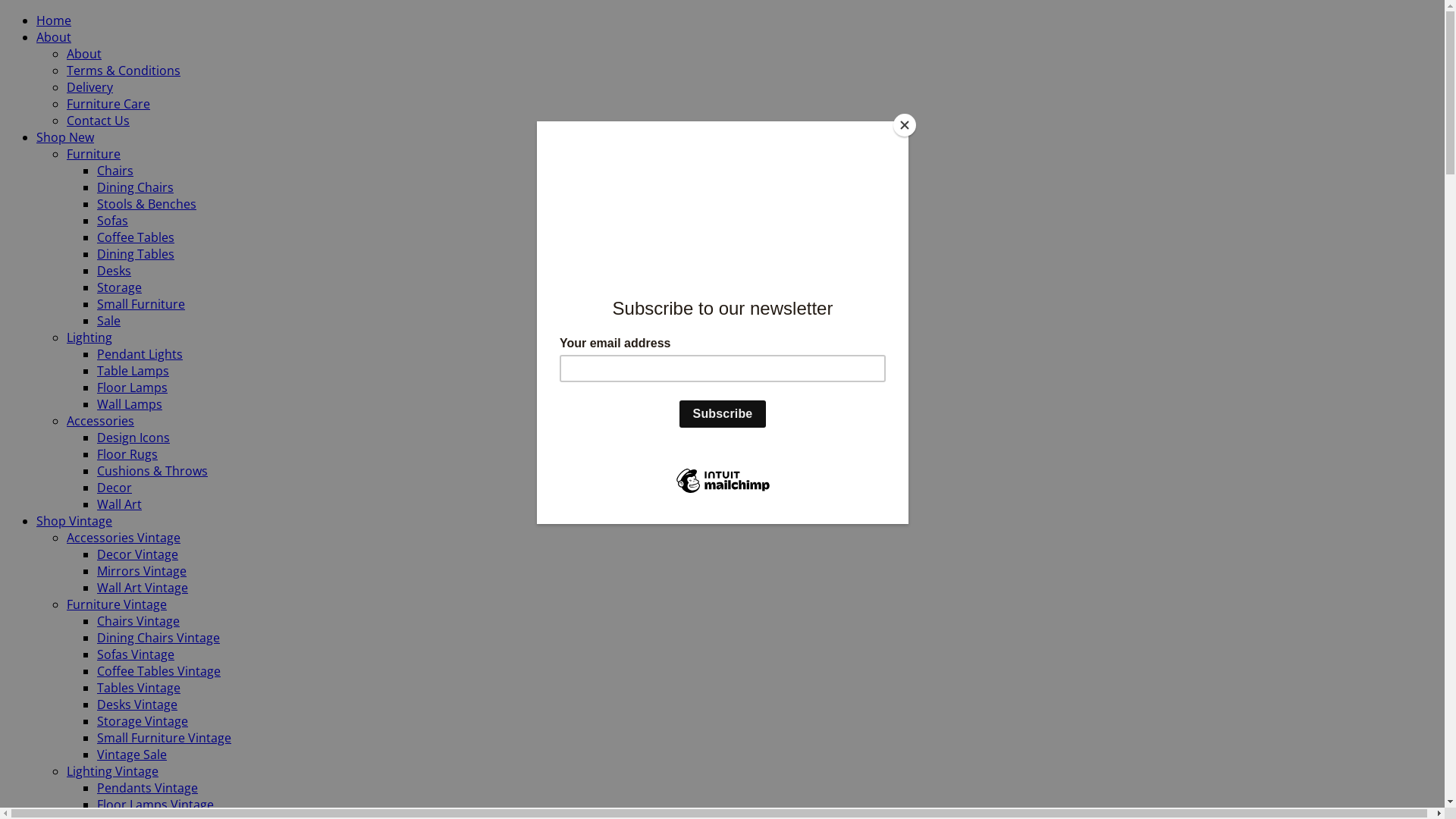 This screenshot has height=819, width=1456. I want to click on 'Floor Lamps Vintage', so click(155, 803).